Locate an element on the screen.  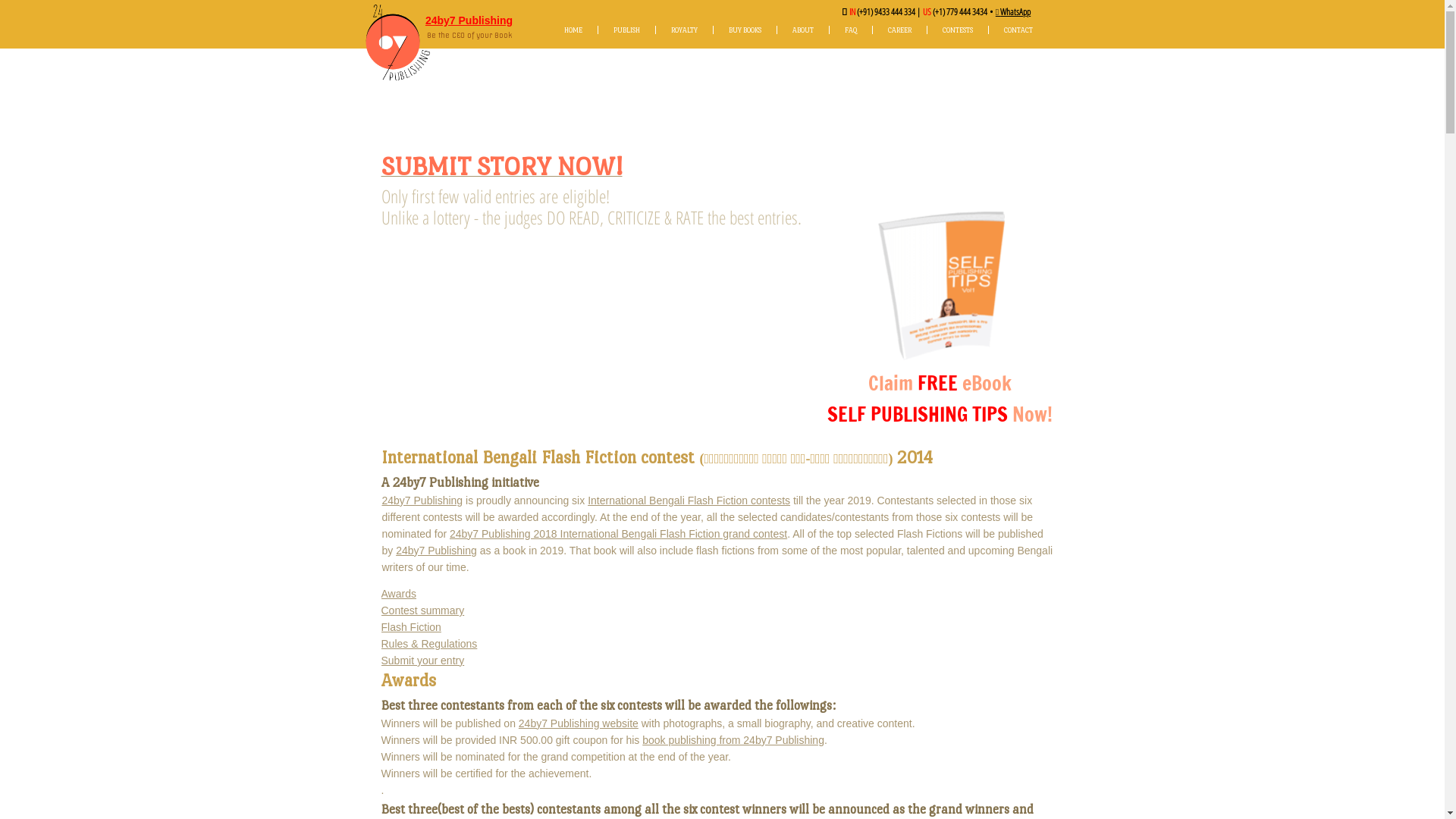
'ABOUT' is located at coordinates (802, 30).